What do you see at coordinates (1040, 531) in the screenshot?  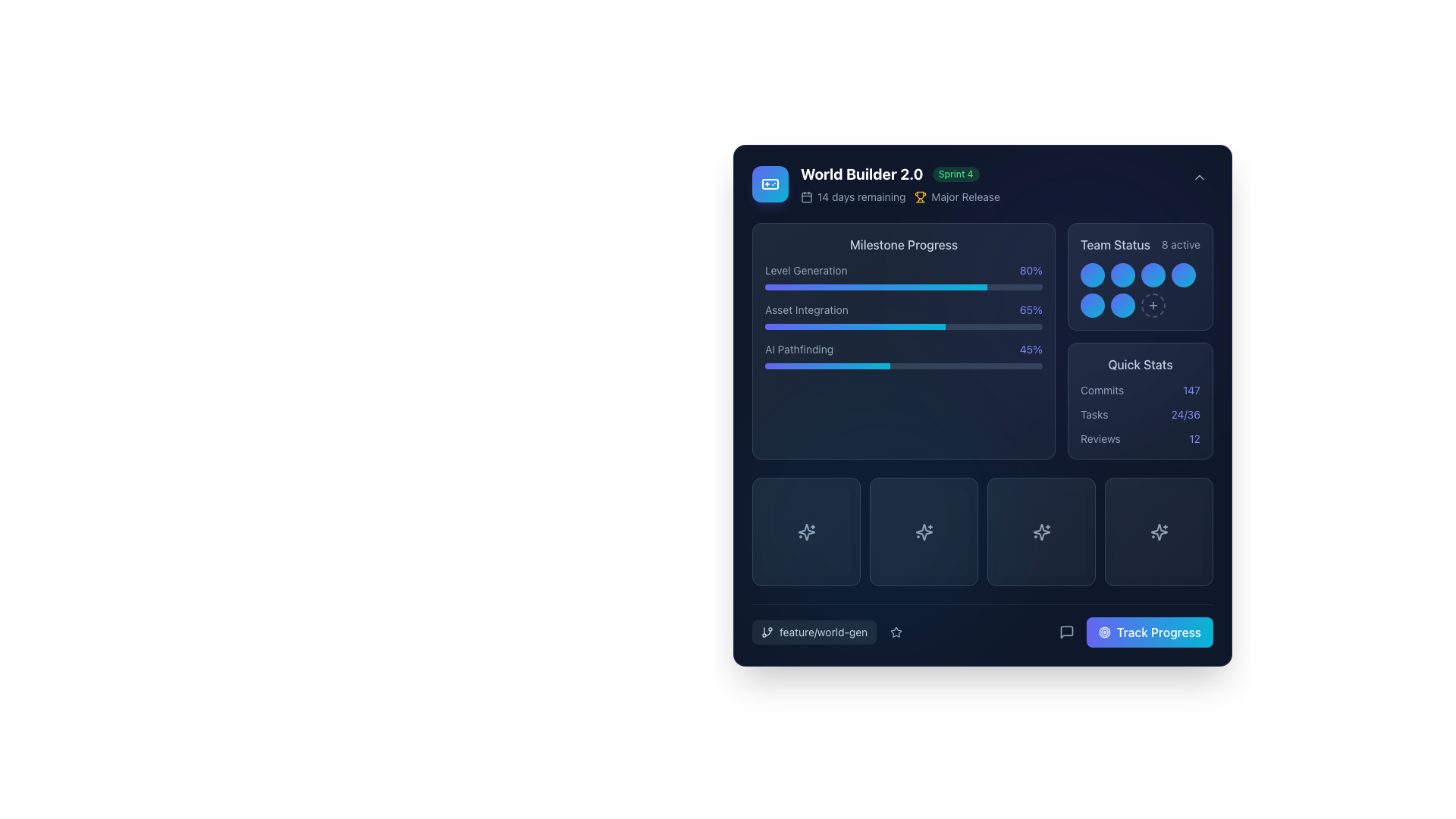 I see `the third icon from the left in the lower panel of the interface, which is designed with sparkles and likely represents features like 'favorites' or 'highlight special'` at bounding box center [1040, 531].